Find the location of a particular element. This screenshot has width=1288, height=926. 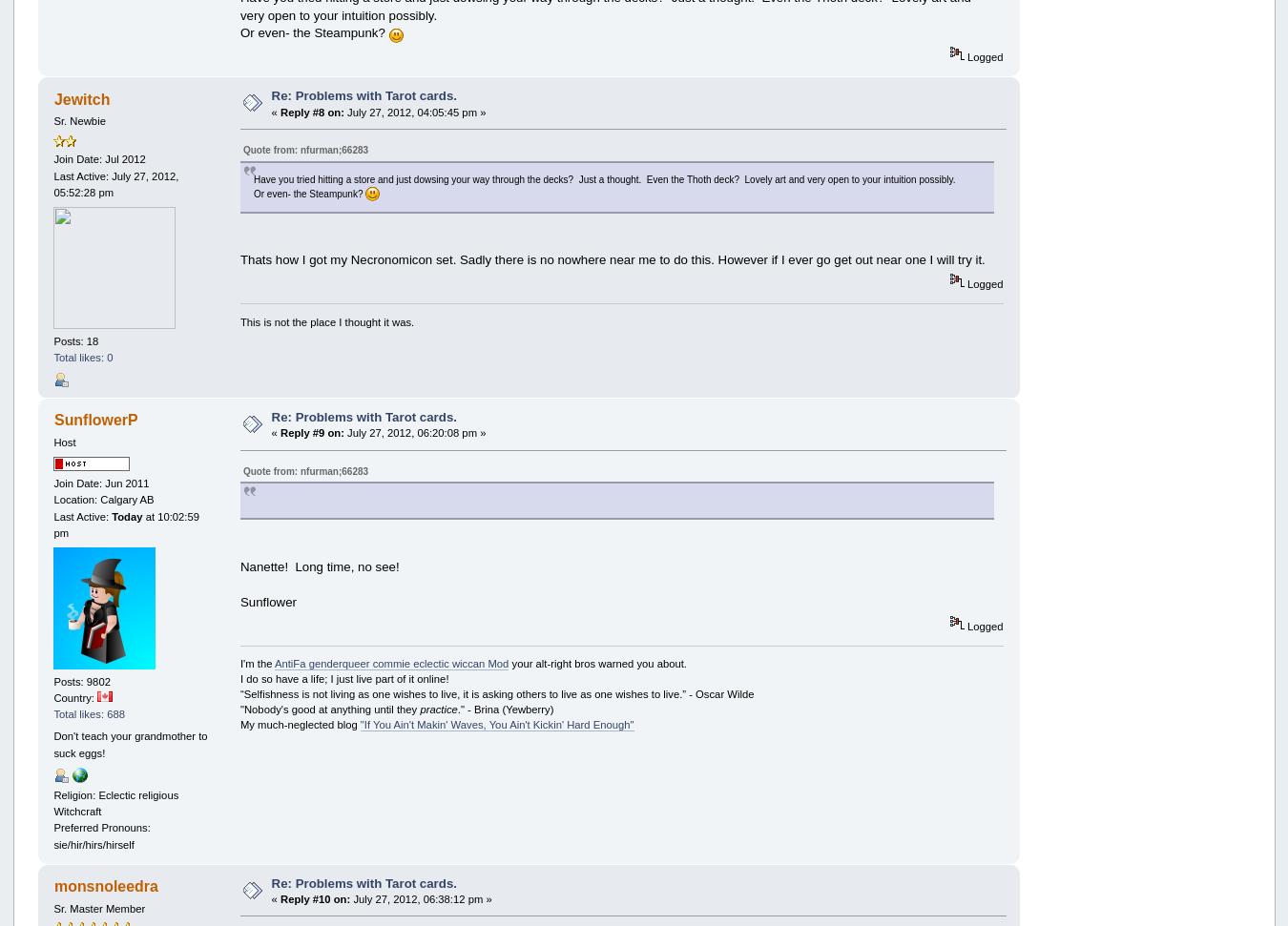

'Have you tried hitting a store and just dowsing your way through the decks?  Just a thought.  Even the Thoth deck?  Lovely art and very open to your intuition possibly.' is located at coordinates (604, 177).